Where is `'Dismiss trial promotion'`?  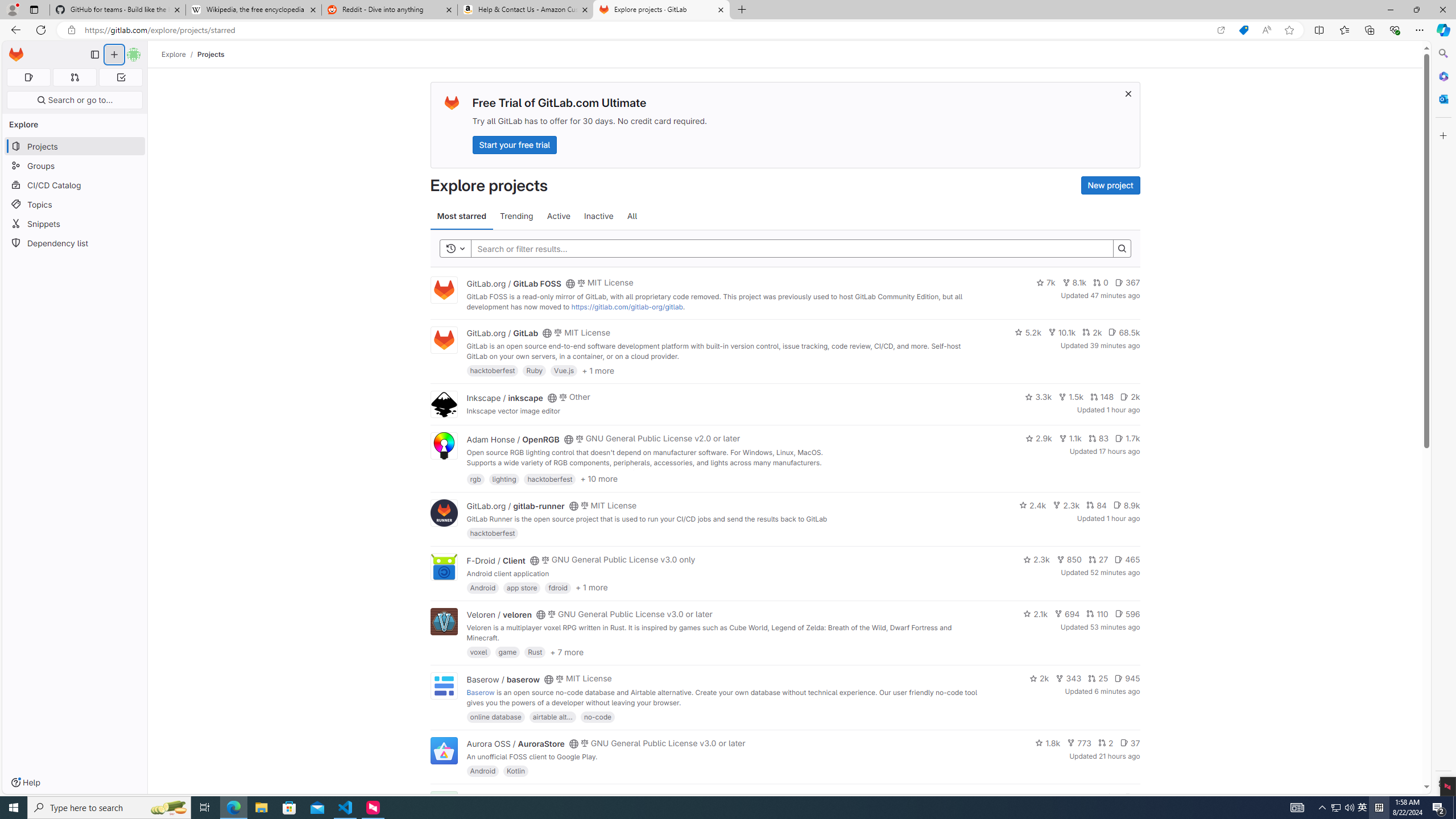 'Dismiss trial promotion' is located at coordinates (1128, 93).